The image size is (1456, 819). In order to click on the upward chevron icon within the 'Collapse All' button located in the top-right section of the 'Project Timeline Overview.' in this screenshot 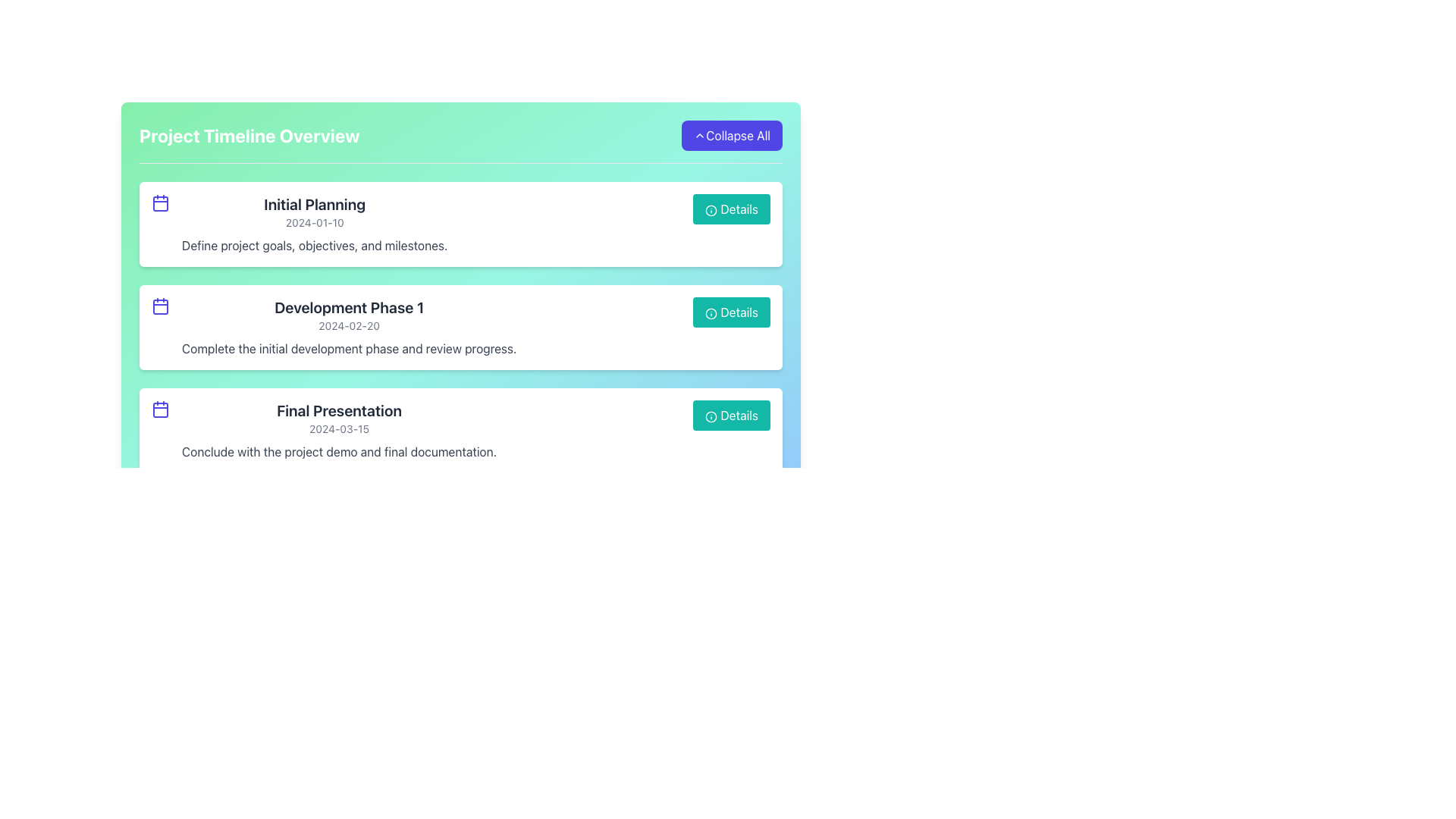, I will do `click(698, 134)`.